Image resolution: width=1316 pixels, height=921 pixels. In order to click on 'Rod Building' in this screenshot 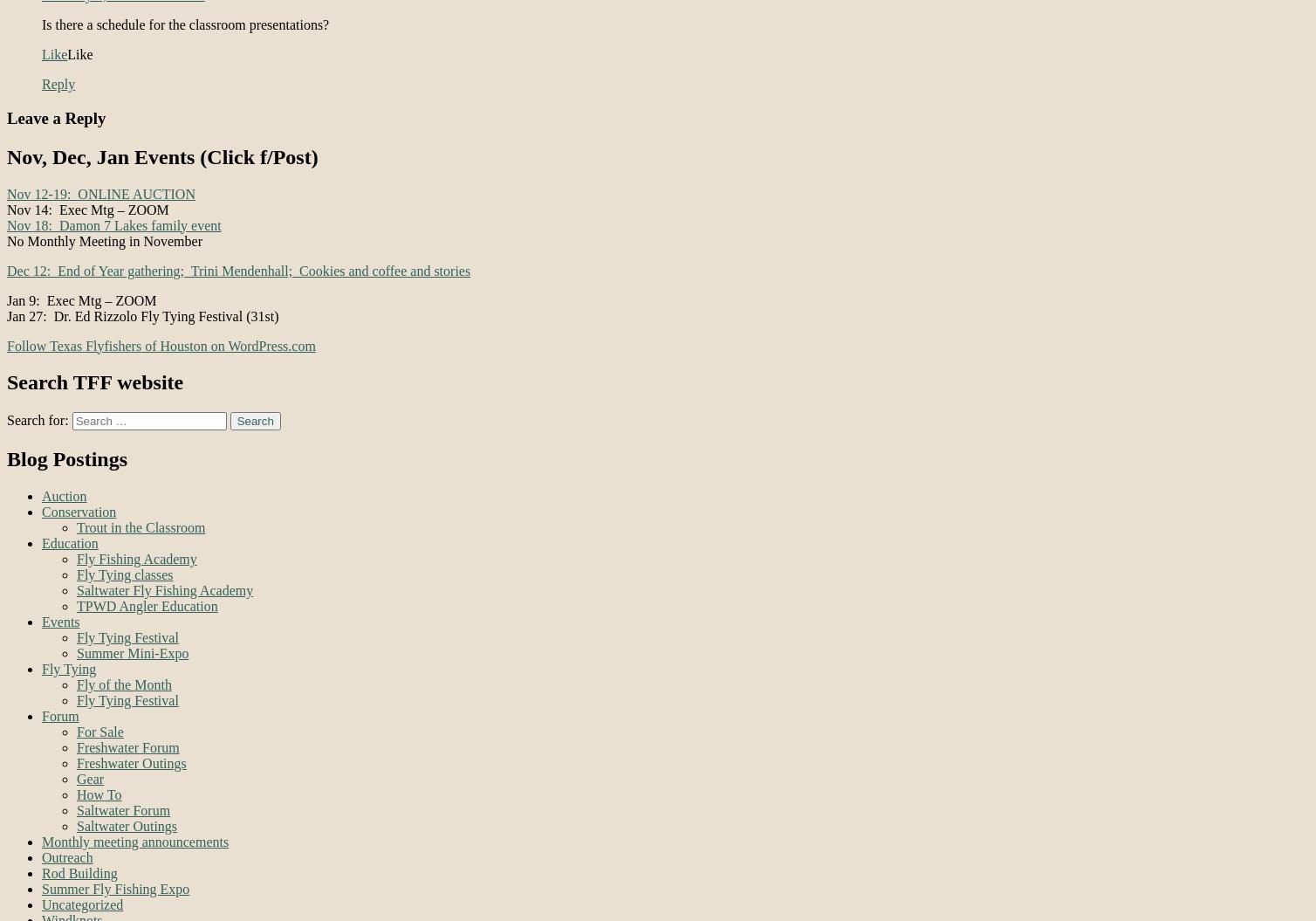, I will do `click(41, 872)`.